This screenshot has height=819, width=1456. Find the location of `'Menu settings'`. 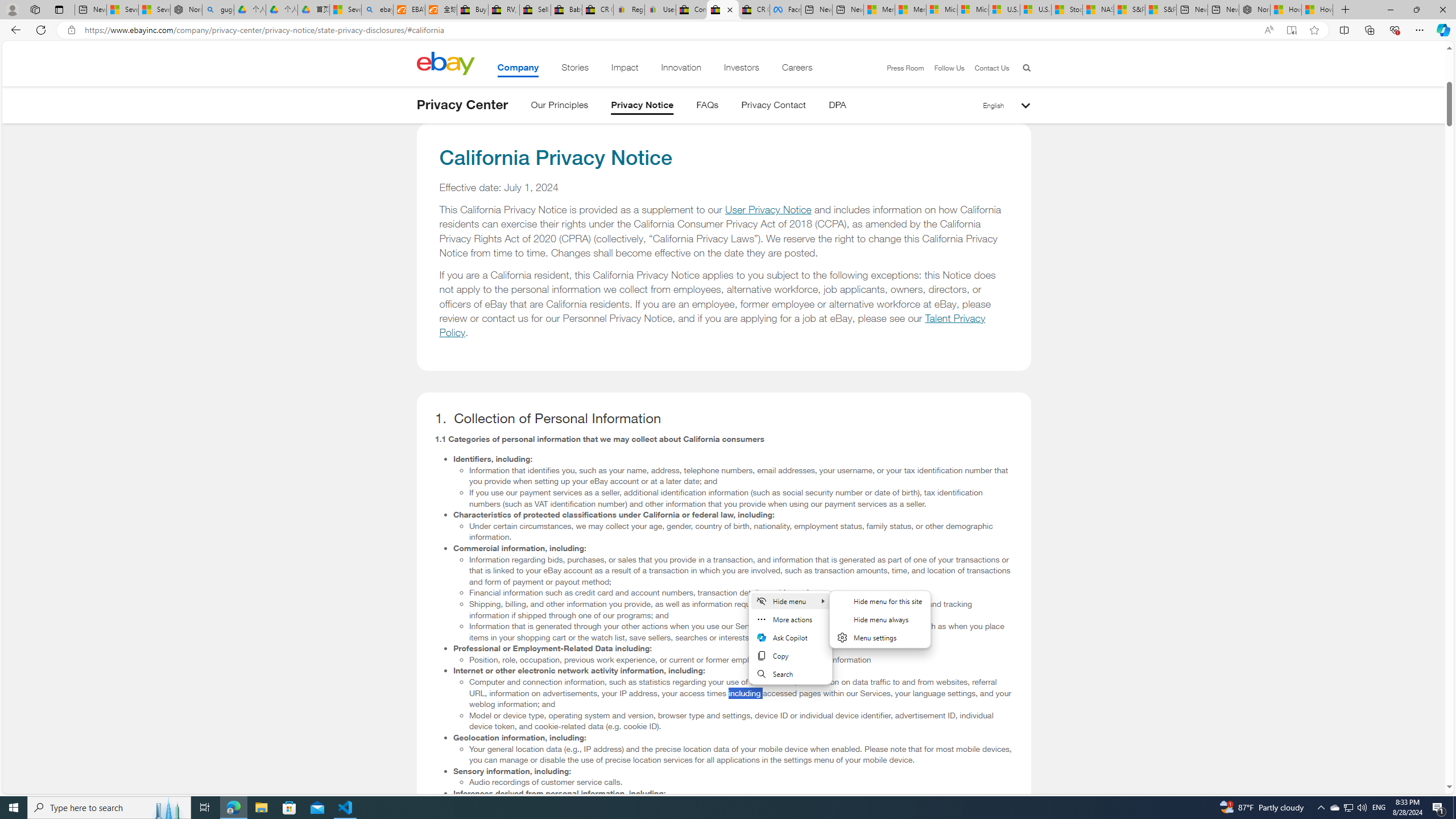

'Menu settings' is located at coordinates (879, 638).